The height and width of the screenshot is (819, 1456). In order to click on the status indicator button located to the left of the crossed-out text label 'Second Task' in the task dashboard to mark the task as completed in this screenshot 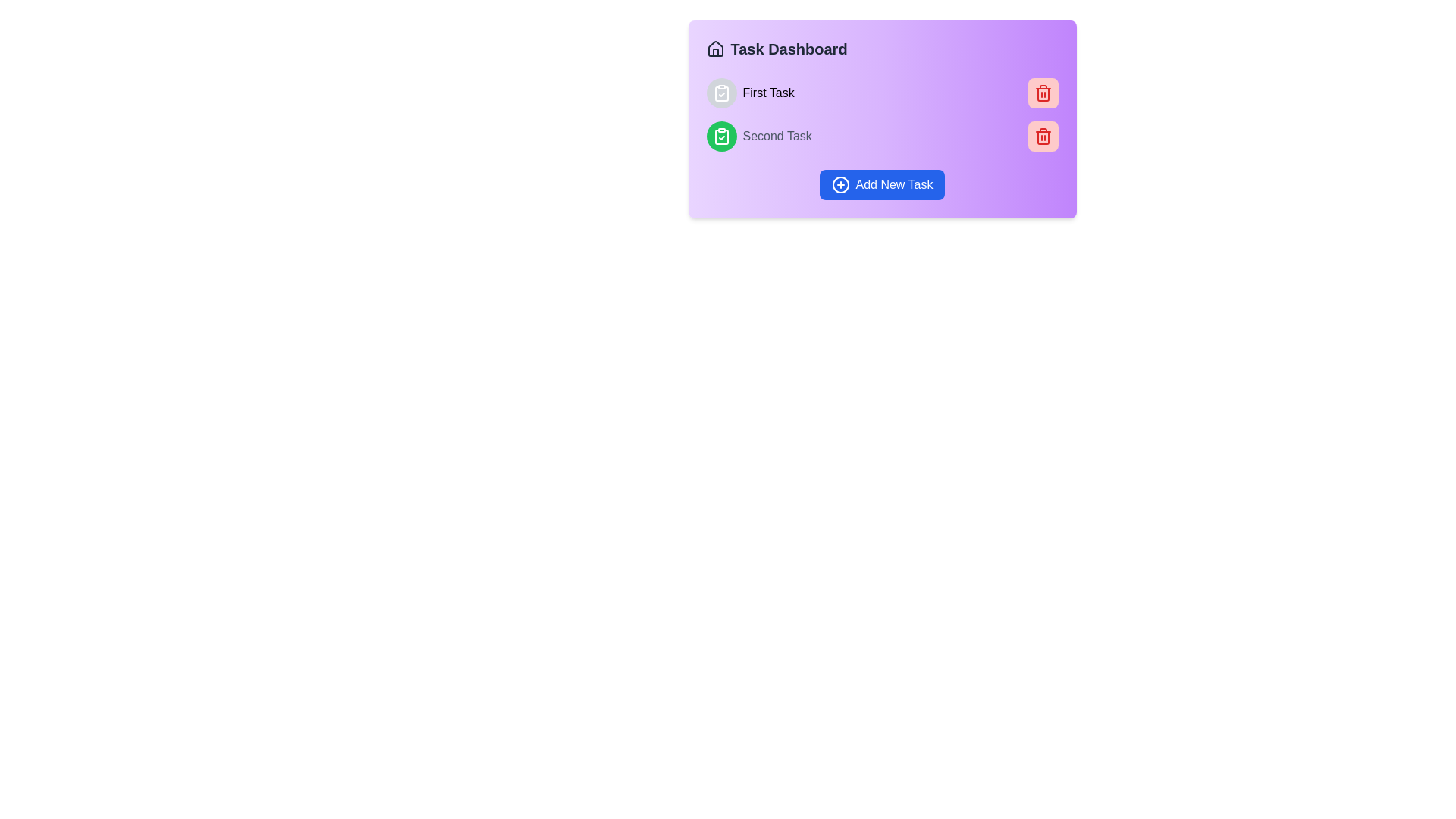, I will do `click(720, 136)`.